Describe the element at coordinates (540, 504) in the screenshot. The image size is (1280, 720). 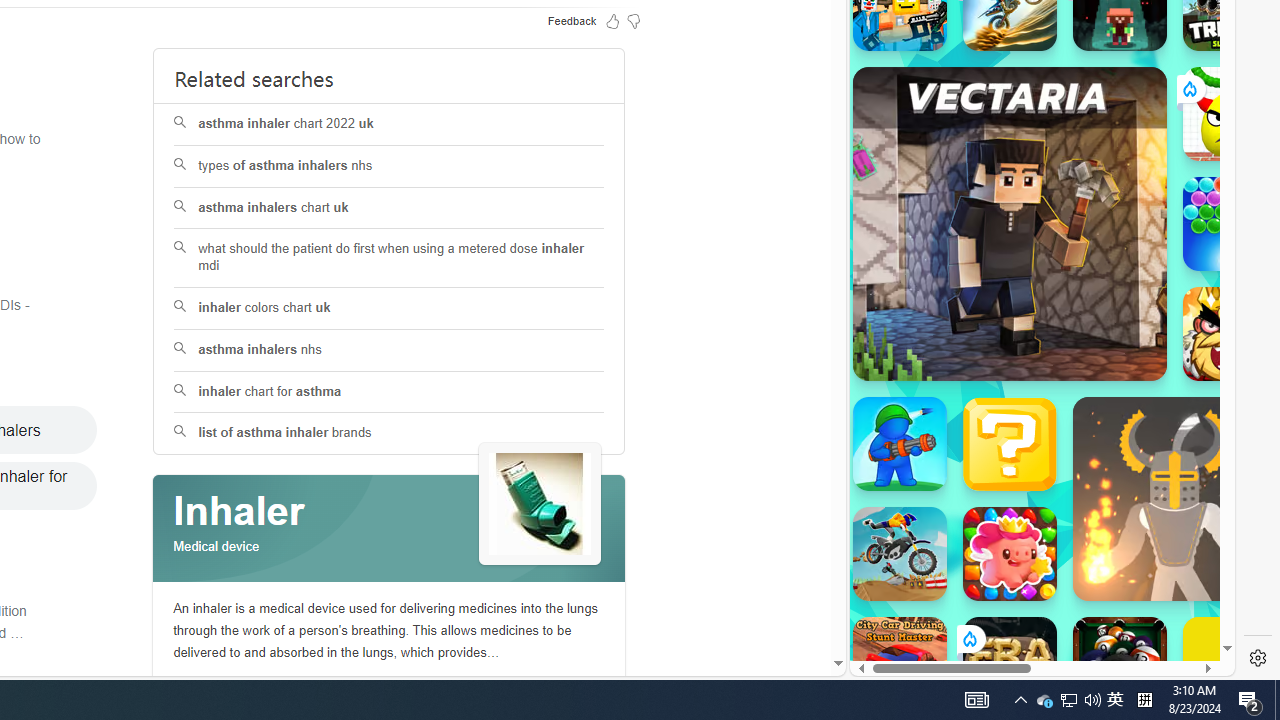
I see `'See more images of Inhaler'` at that location.